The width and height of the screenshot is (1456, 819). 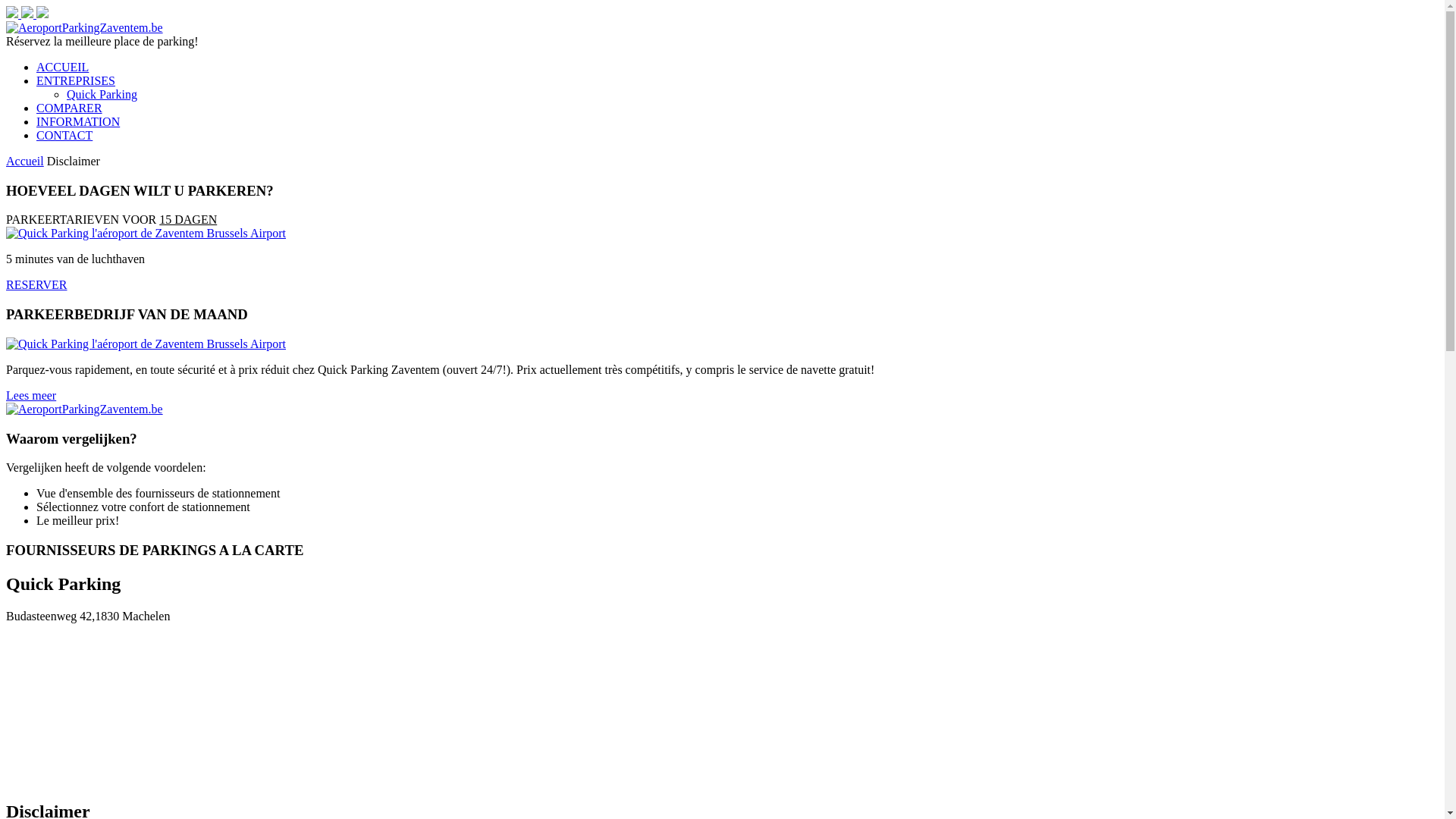 I want to click on 'INFORMATION', so click(x=77, y=121).